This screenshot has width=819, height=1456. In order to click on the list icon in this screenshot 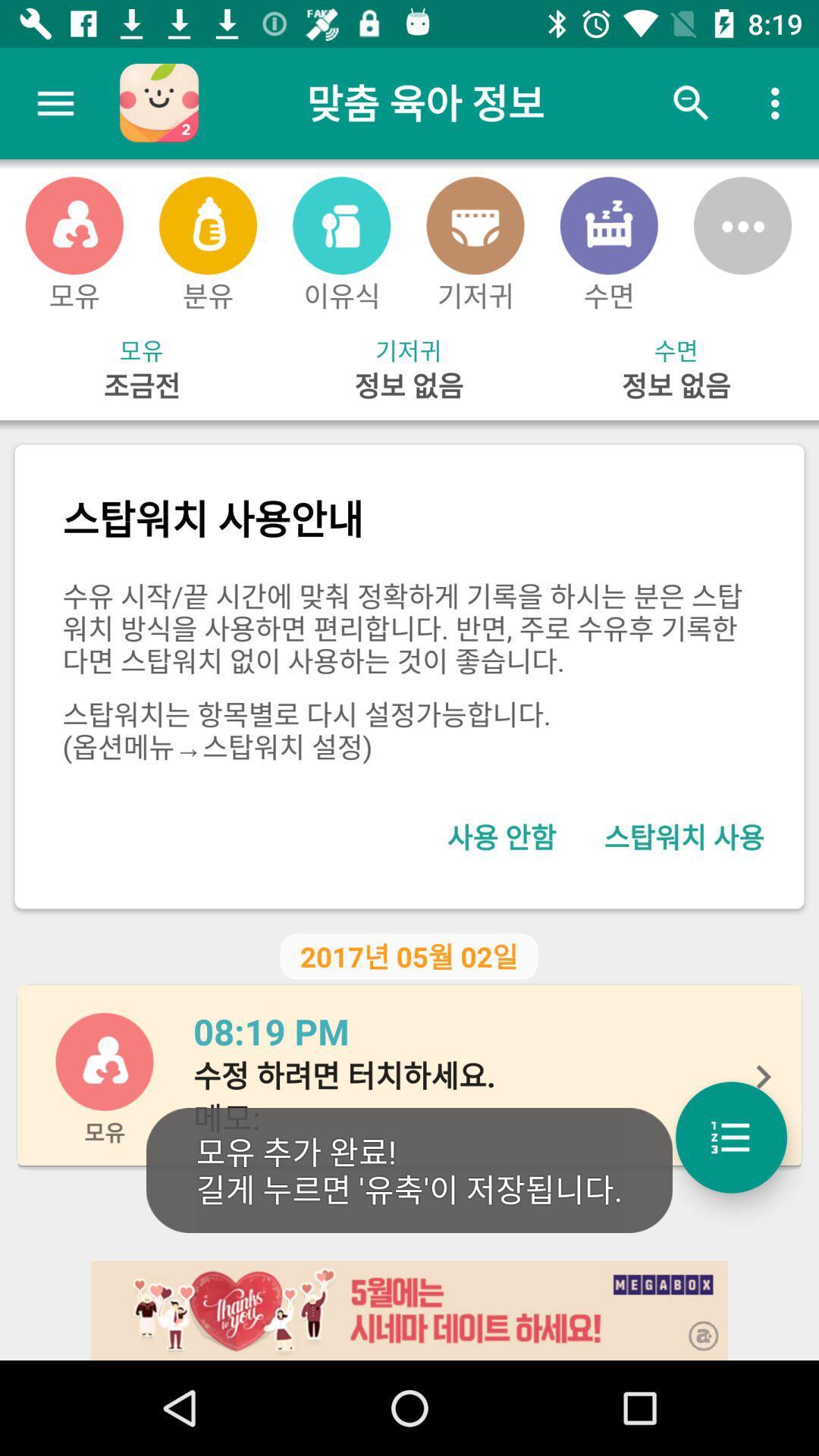, I will do `click(730, 1137)`.